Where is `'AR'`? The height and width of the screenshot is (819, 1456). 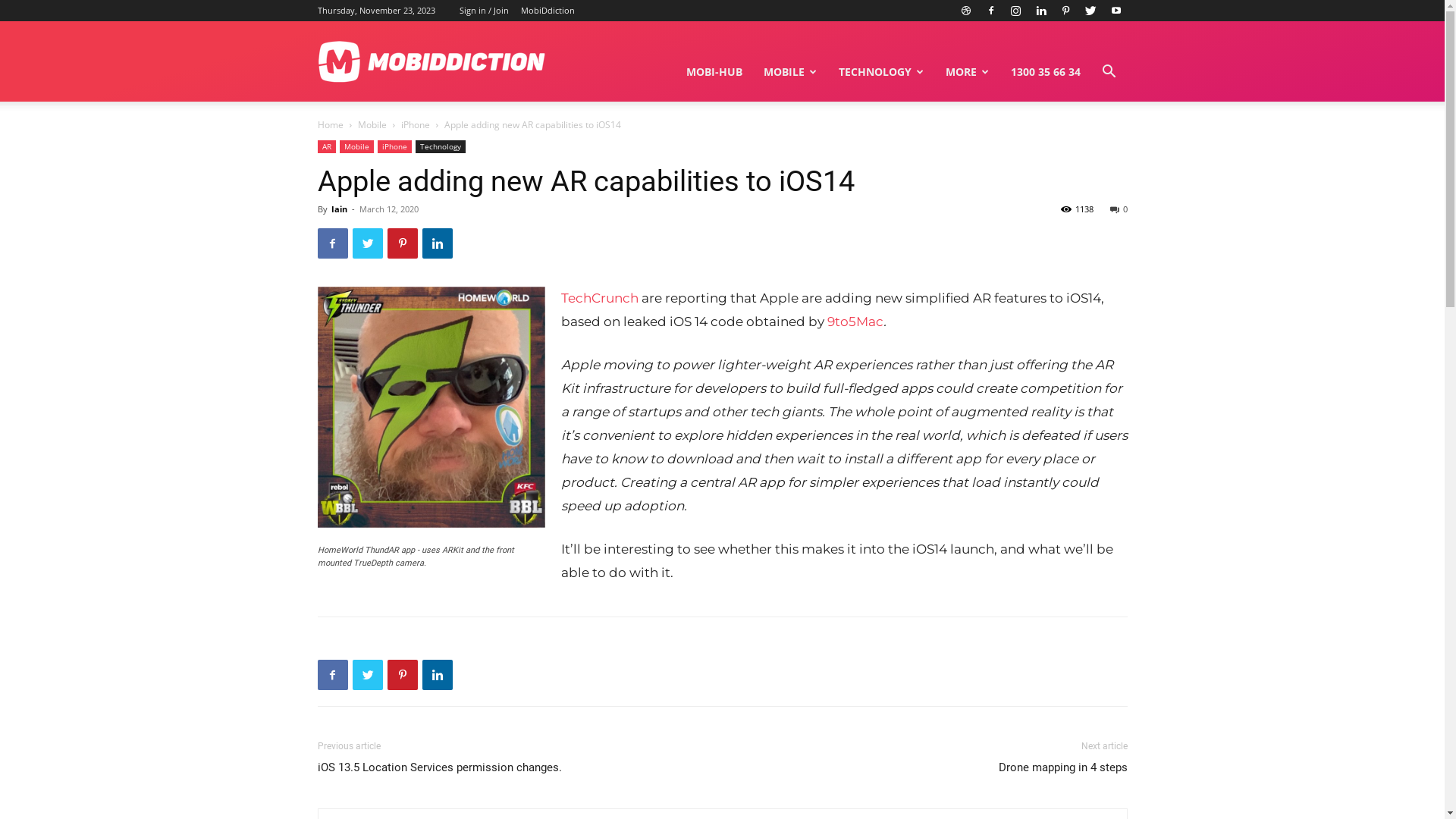
'AR' is located at coordinates (325, 146).